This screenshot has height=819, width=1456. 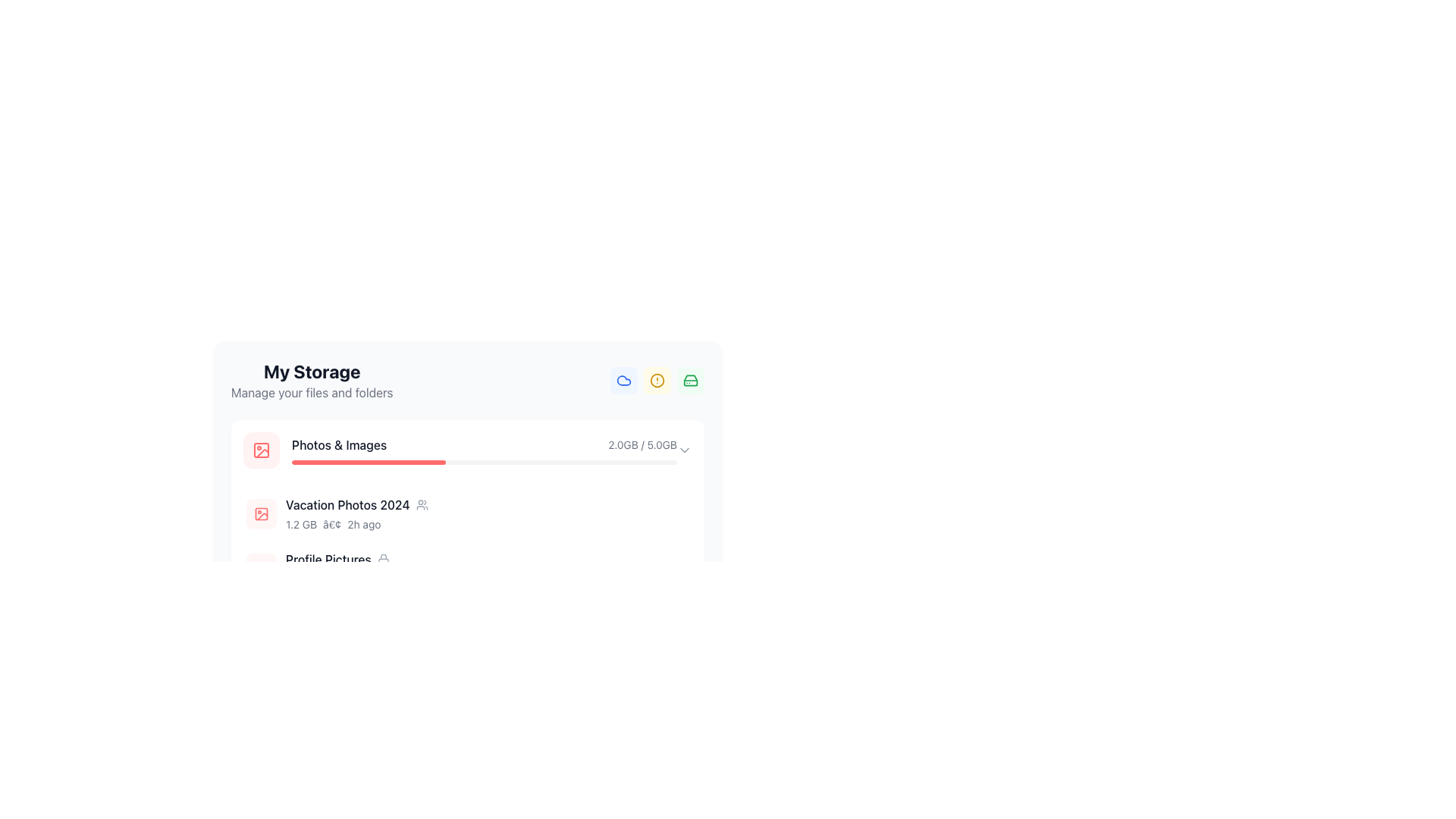 What do you see at coordinates (467, 568) in the screenshot?
I see `the List item titled 'Profile Pictures'` at bounding box center [467, 568].